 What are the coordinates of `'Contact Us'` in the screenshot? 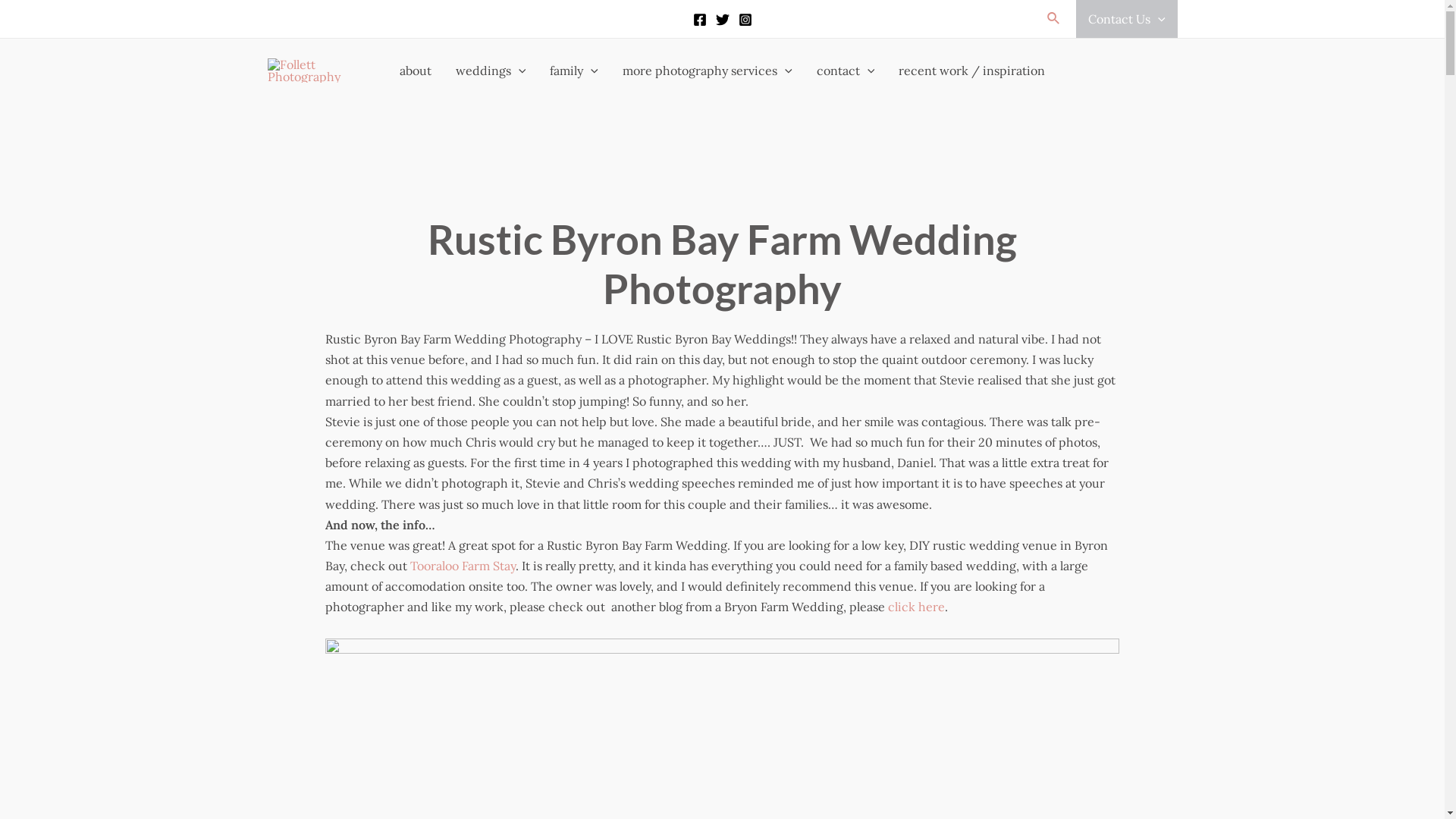 It's located at (1127, 18).